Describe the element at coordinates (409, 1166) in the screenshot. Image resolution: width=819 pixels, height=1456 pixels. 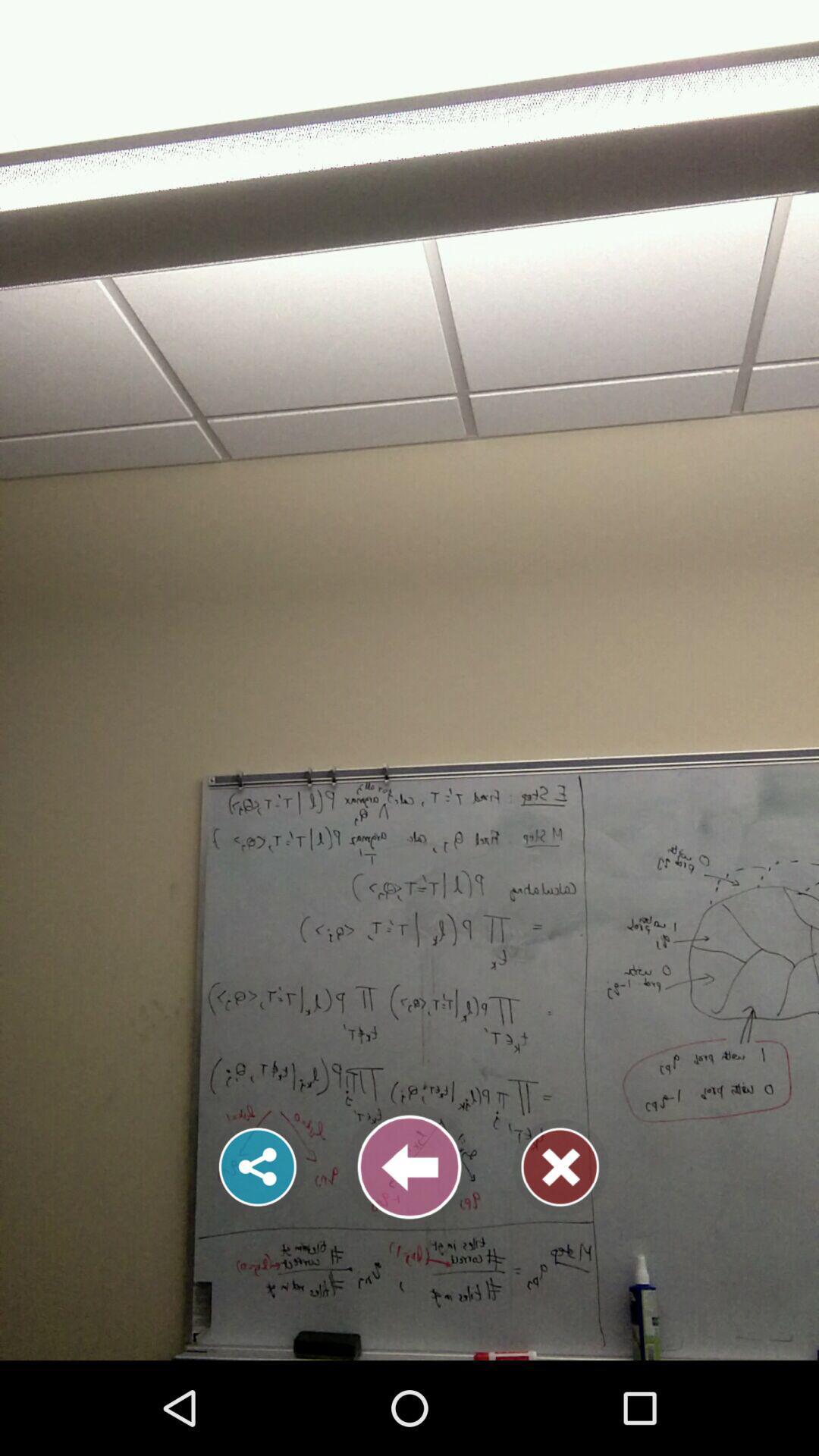
I see `the arrow_backward icon` at that location.